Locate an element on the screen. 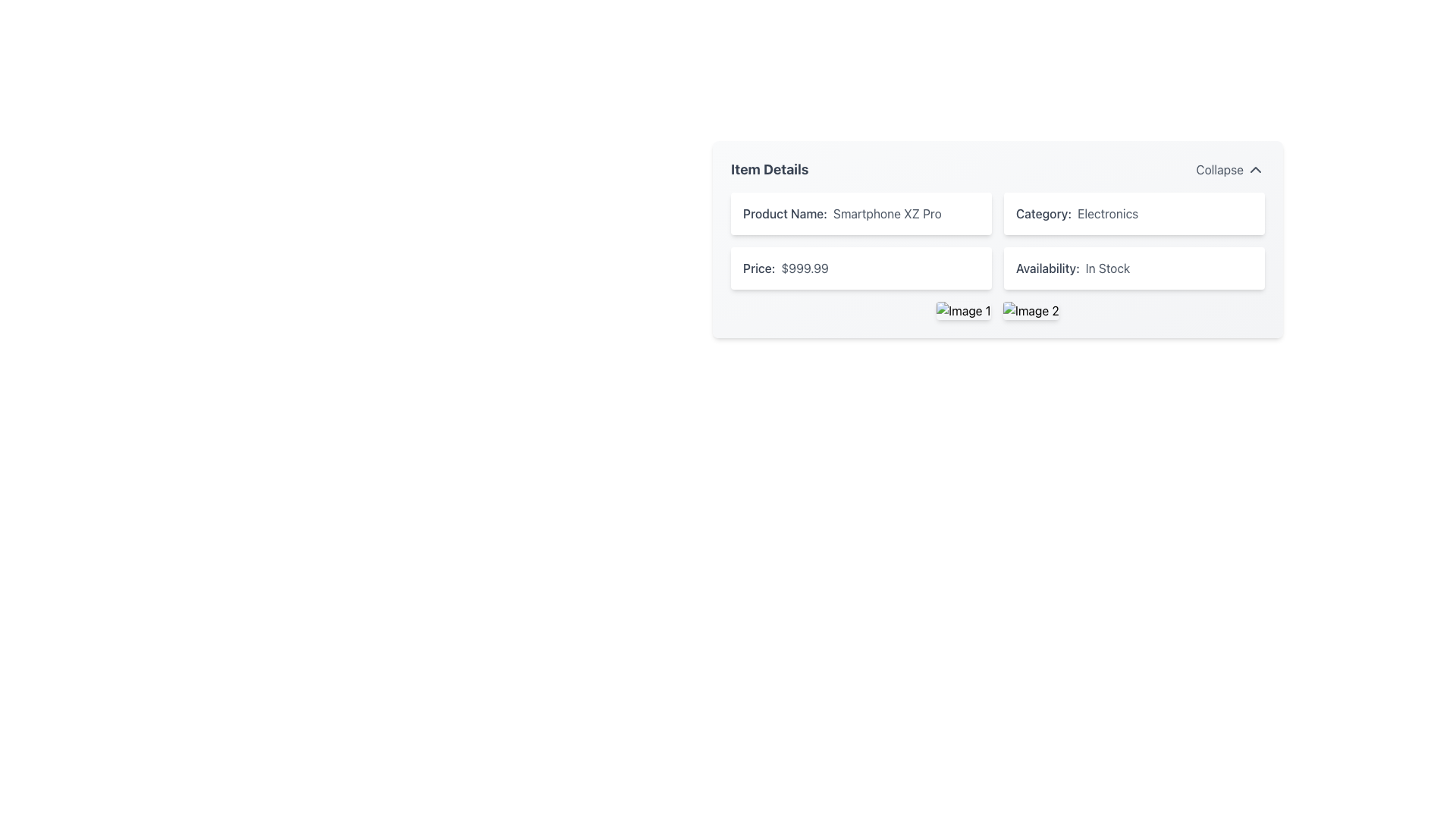  the text display element that shows the product name 'Smartphone XZ Pro', which is styled with a bolded label 'Product Name:' at the top-left of the grid layout is located at coordinates (861, 213).